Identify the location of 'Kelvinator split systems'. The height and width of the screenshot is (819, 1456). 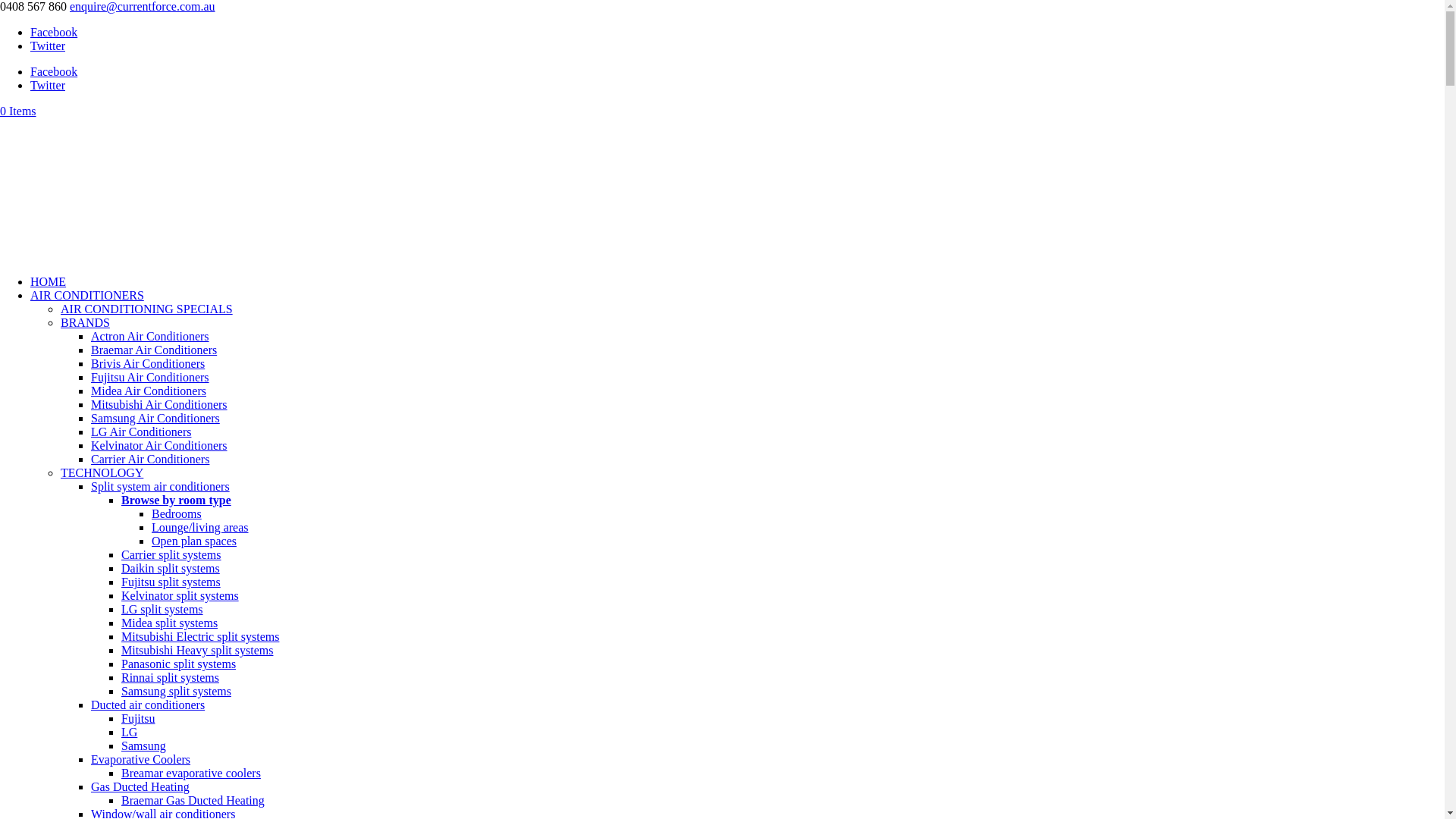
(180, 595).